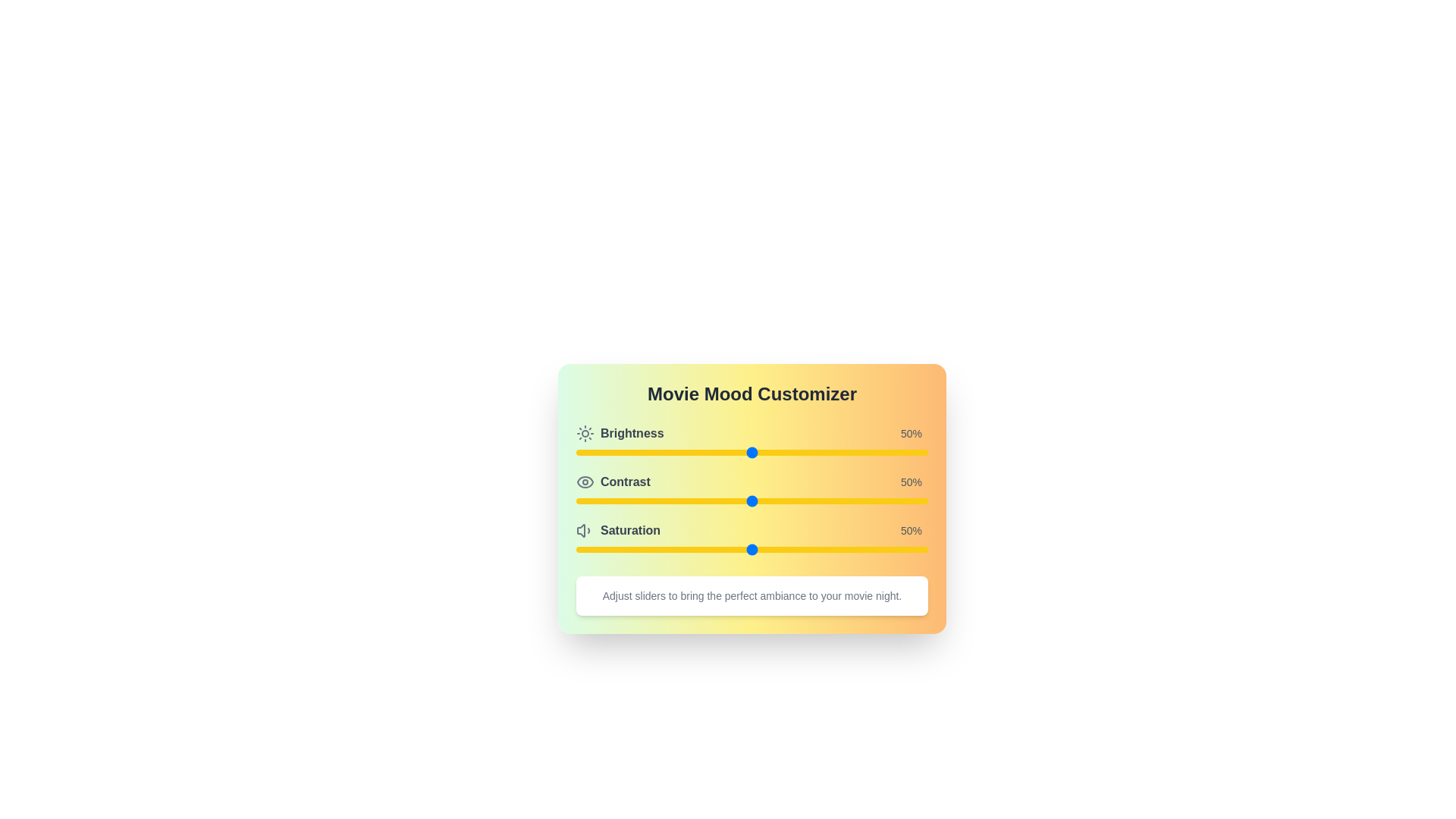 This screenshot has width=1456, height=819. What do you see at coordinates (618, 529) in the screenshot?
I see `the 'Saturation' label, which is the third item in a vertically stacked list of settings. It features bold dark gray text and a speaker icon to its left` at bounding box center [618, 529].